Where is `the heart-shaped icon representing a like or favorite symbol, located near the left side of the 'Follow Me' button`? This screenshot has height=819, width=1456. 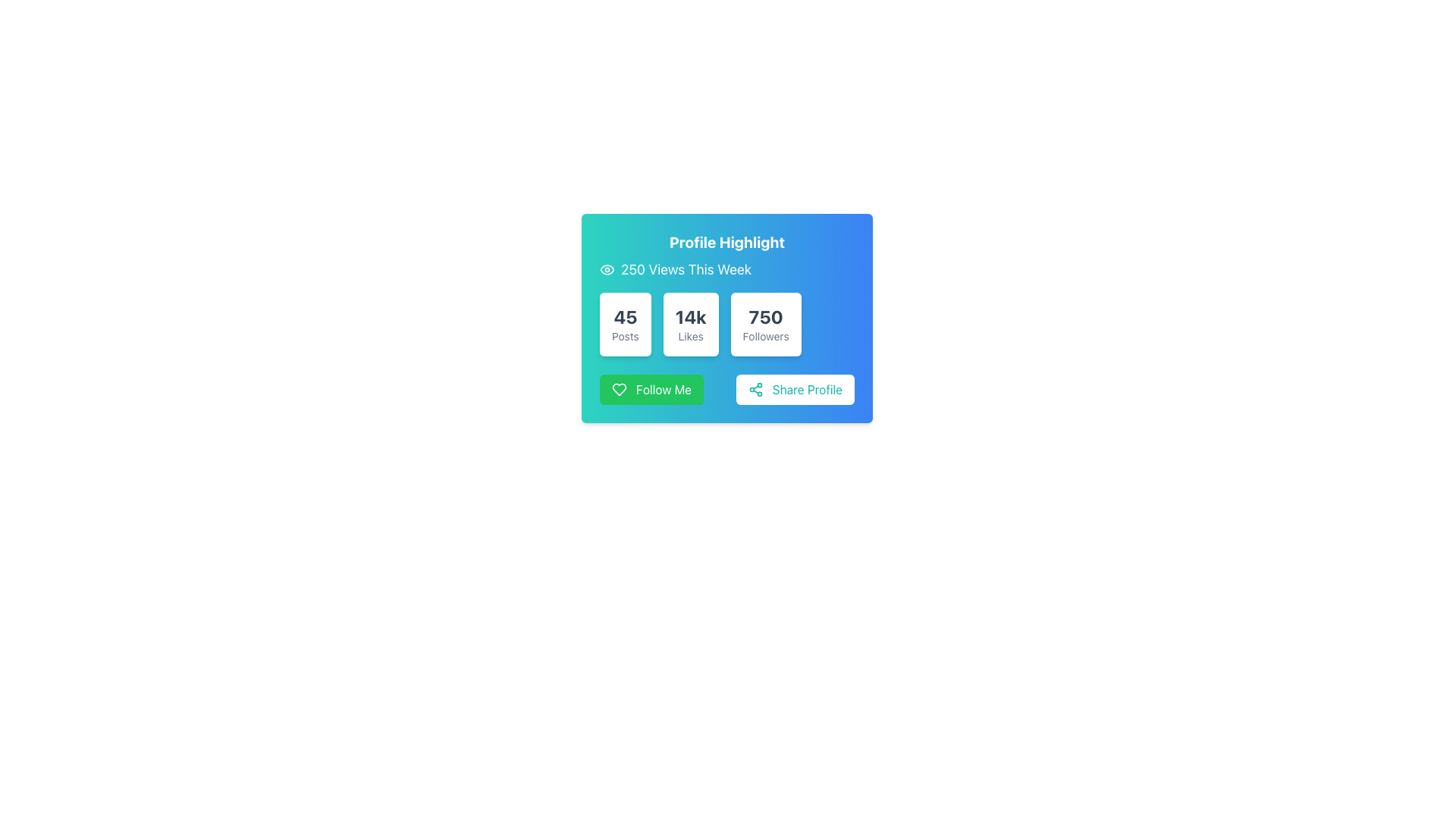 the heart-shaped icon representing a like or favorite symbol, located near the left side of the 'Follow Me' button is located at coordinates (619, 388).